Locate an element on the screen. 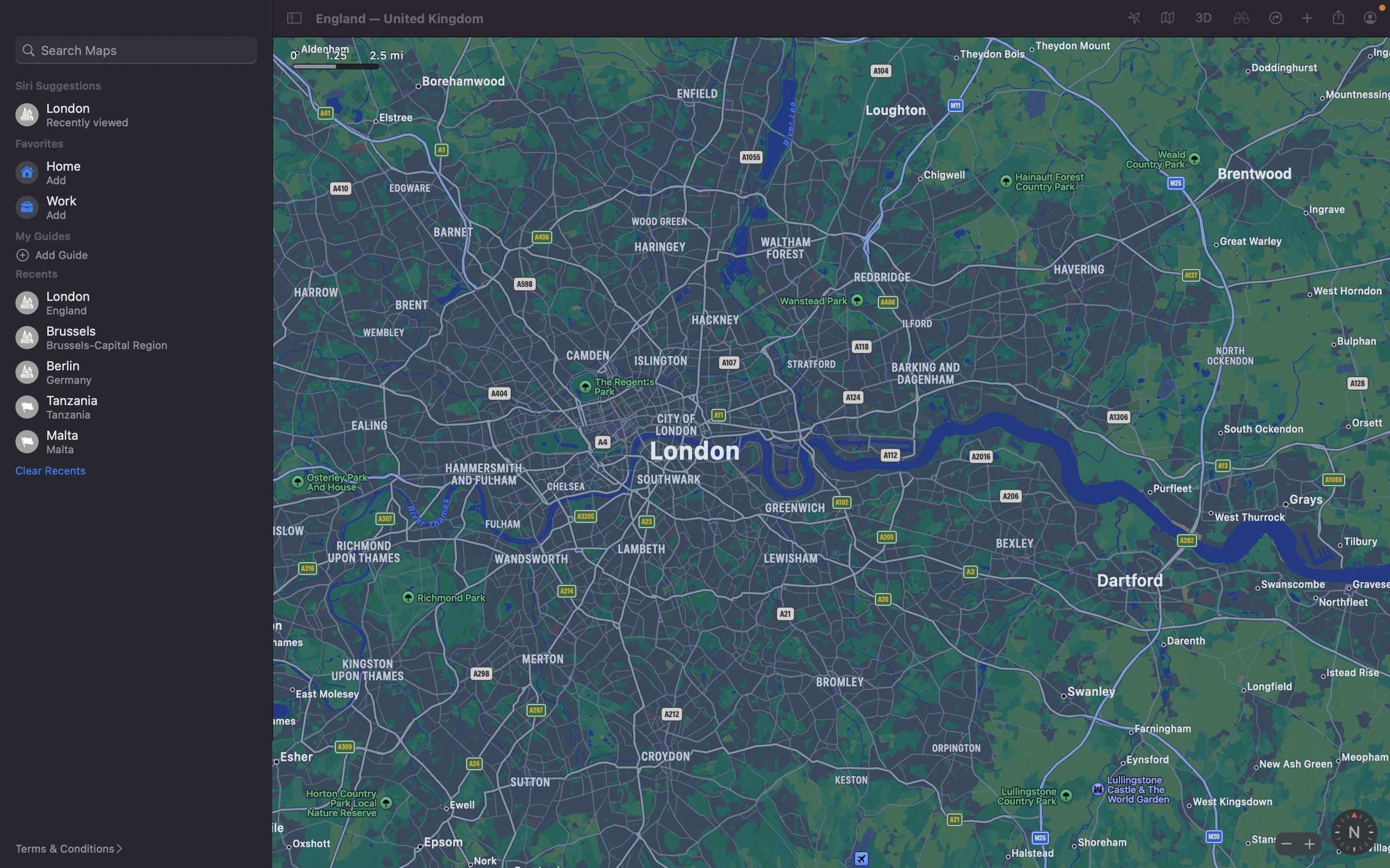 The width and height of the screenshot is (1390, 868). Dispatch the current geographical position is located at coordinates (1340, 16).